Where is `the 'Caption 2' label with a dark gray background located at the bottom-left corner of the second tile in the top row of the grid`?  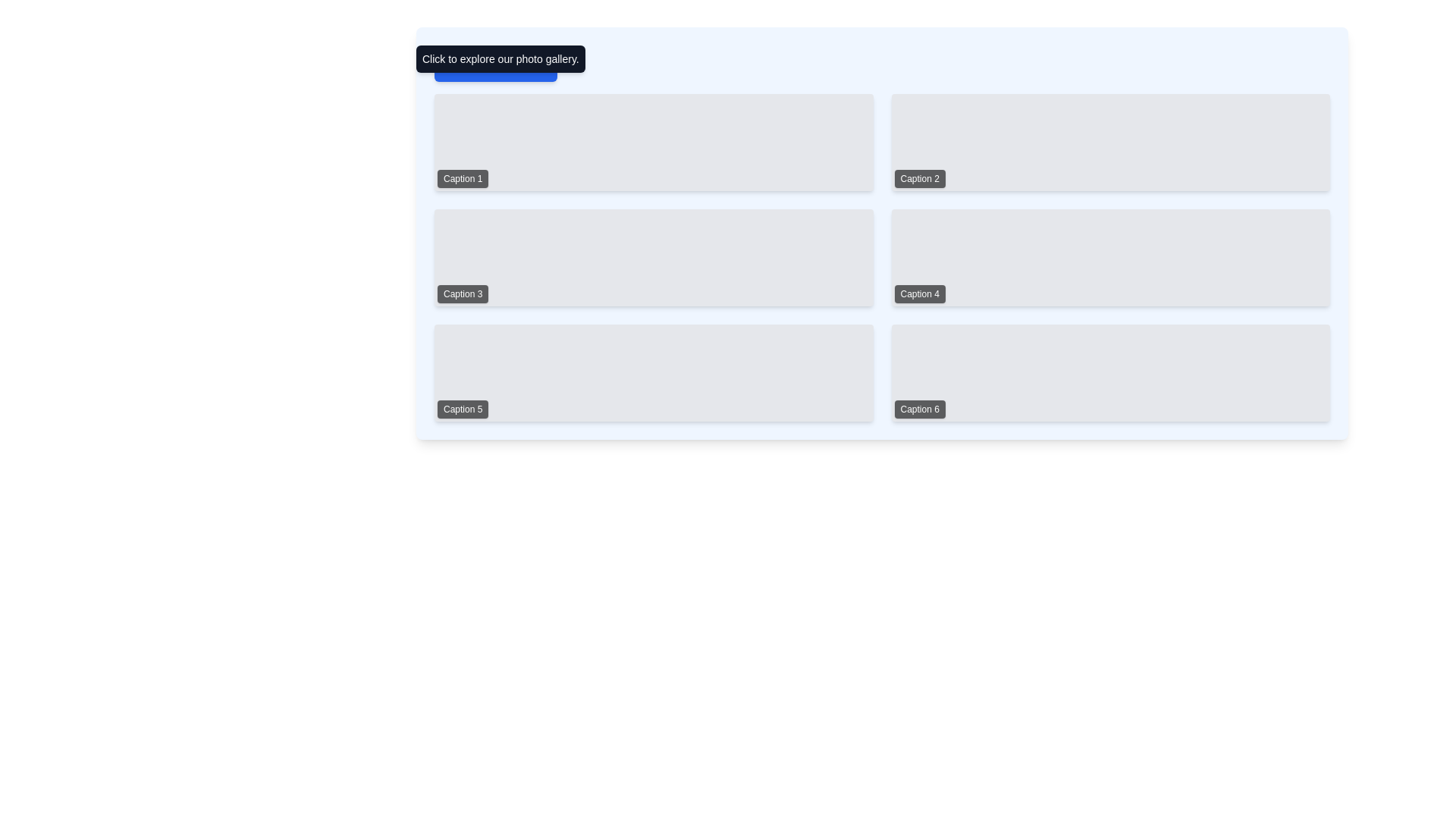
the 'Caption 2' label with a dark gray background located at the bottom-left corner of the second tile in the top row of the grid is located at coordinates (919, 177).